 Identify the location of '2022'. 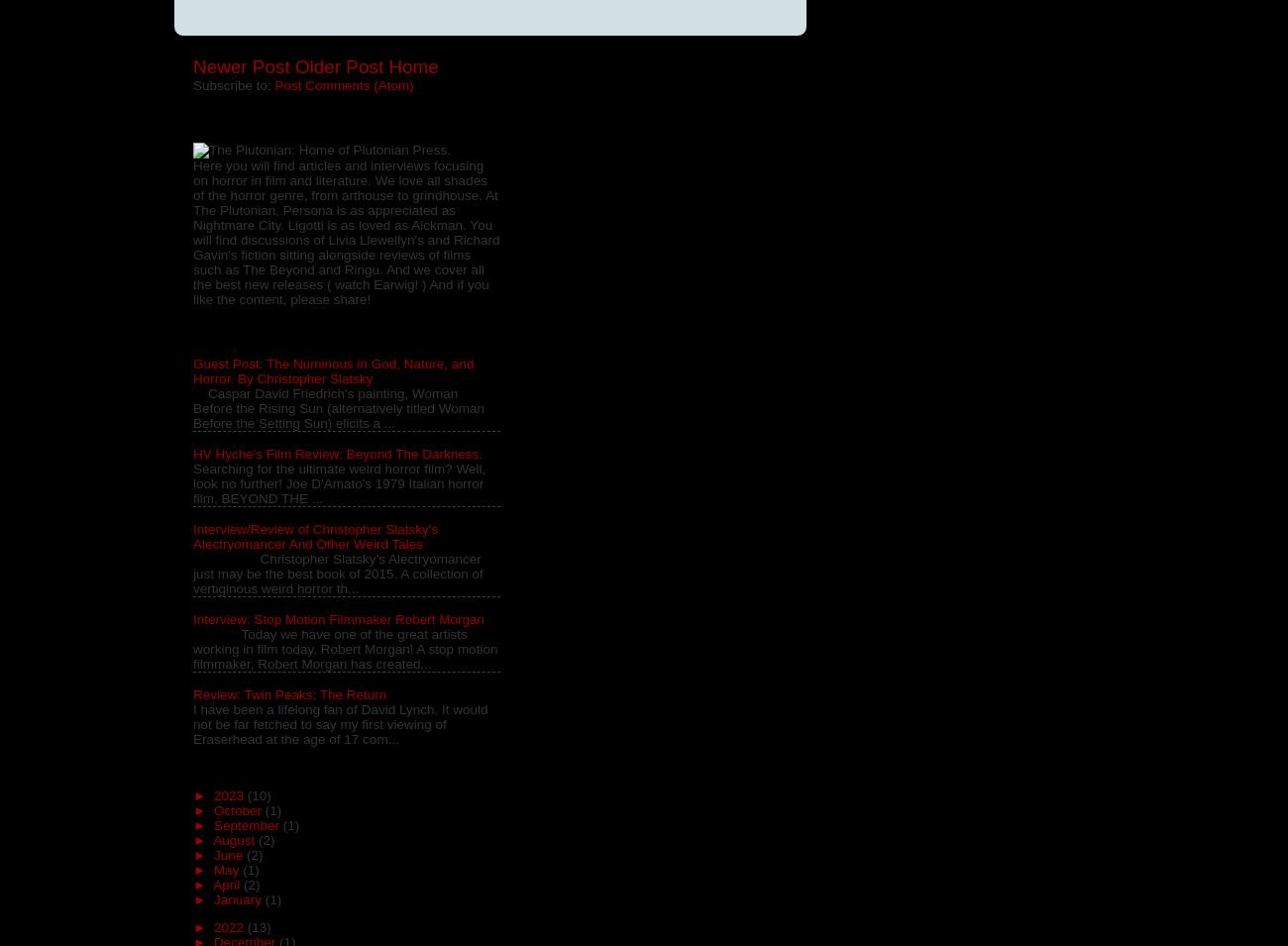
(229, 927).